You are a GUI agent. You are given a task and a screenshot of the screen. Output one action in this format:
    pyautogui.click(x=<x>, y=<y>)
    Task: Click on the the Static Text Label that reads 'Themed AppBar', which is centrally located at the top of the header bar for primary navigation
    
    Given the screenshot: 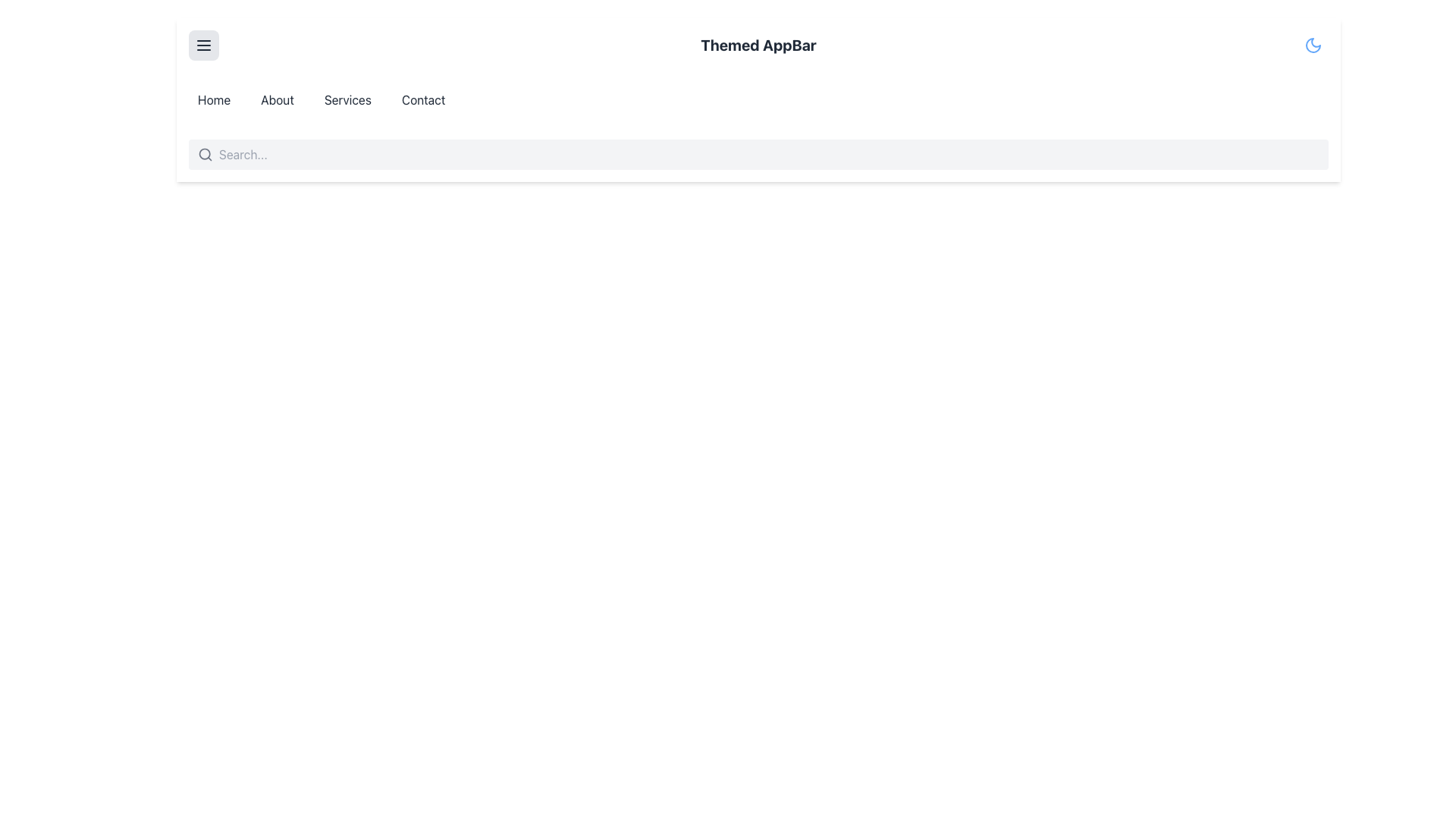 What is the action you would take?
    pyautogui.click(x=758, y=45)
    